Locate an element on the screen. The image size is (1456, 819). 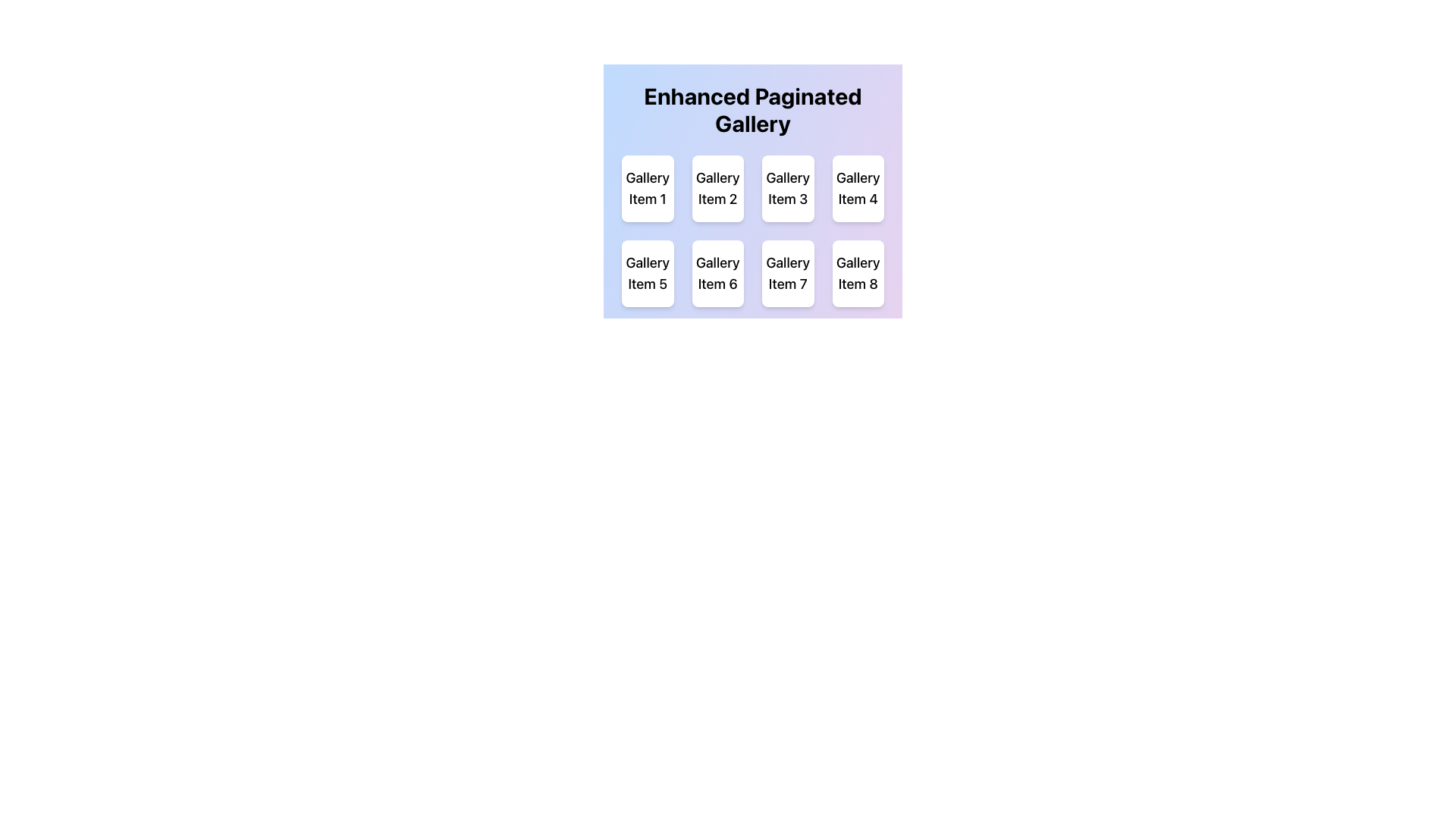
the Button-like interactive card located in the second row and first column of the gallery grid, directly beneath 'Gallery Item 1' is located at coordinates (648, 274).